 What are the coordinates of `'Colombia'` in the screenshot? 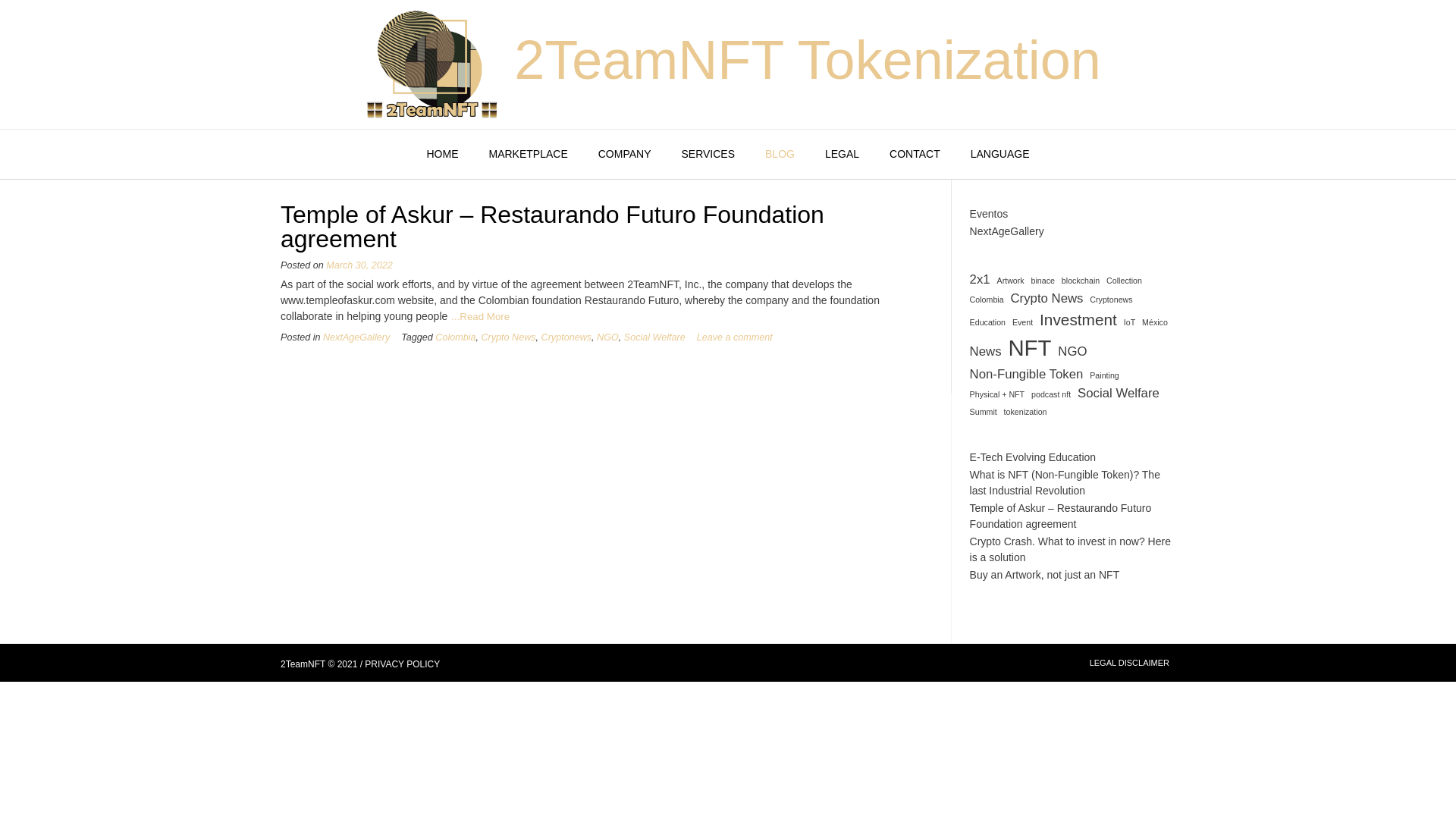 It's located at (454, 336).